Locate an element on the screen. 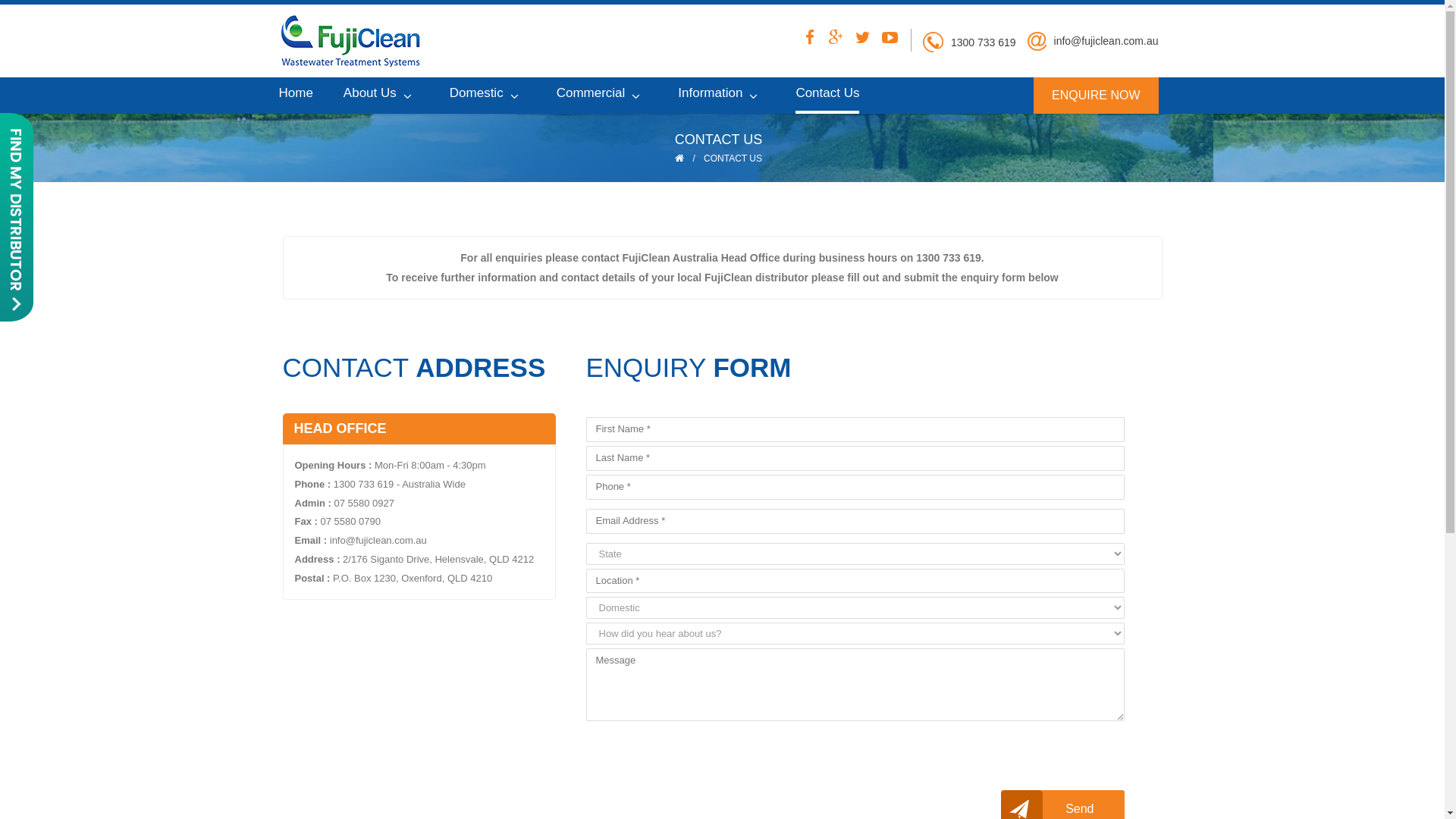 Image resolution: width=1456 pixels, height=819 pixels. 'Facebook' is located at coordinates (796, 39).